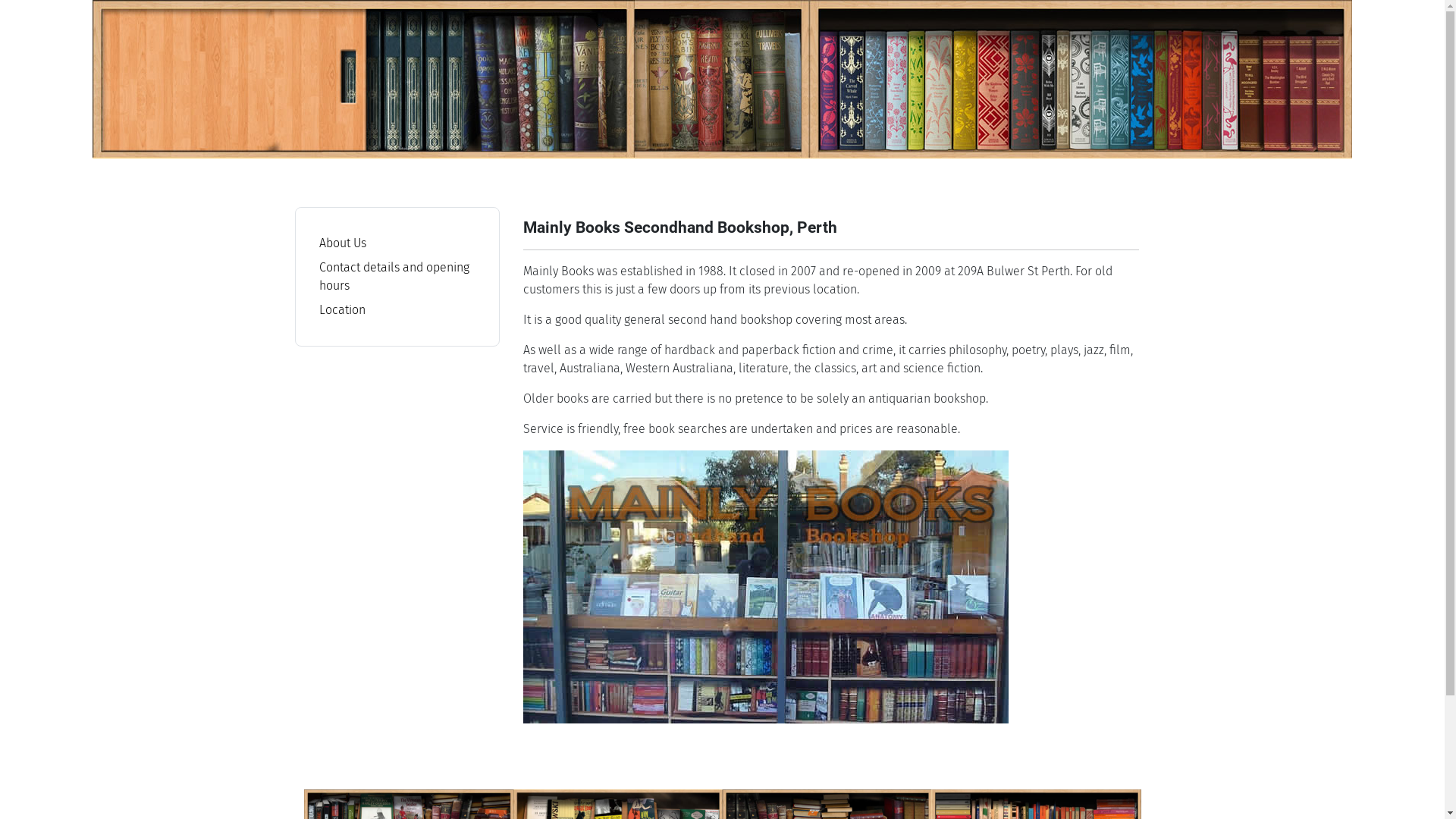 This screenshot has height=819, width=1456. Describe the element at coordinates (340, 309) in the screenshot. I see `'Location'` at that location.